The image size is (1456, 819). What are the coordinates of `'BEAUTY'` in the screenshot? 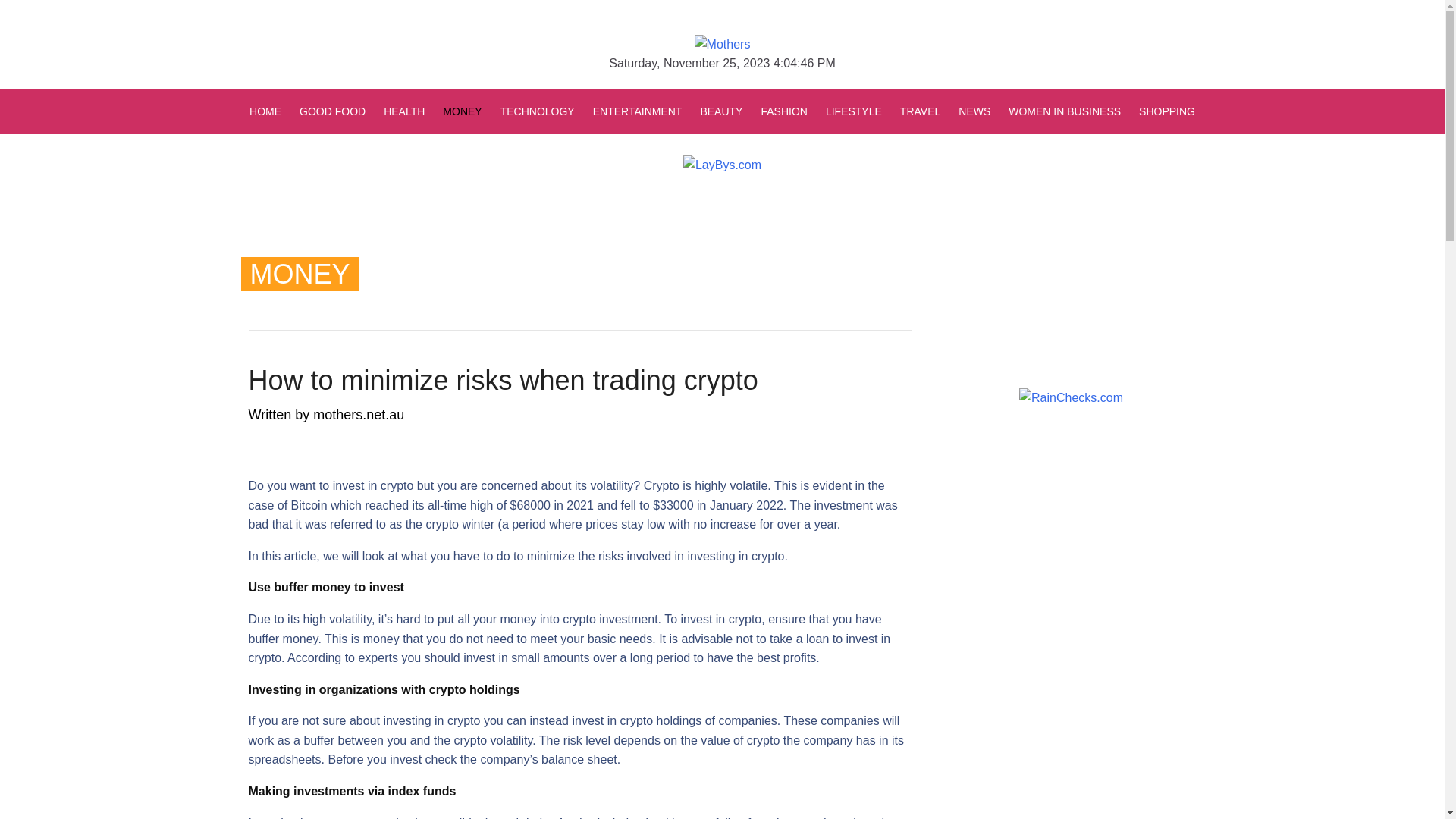 It's located at (690, 110).